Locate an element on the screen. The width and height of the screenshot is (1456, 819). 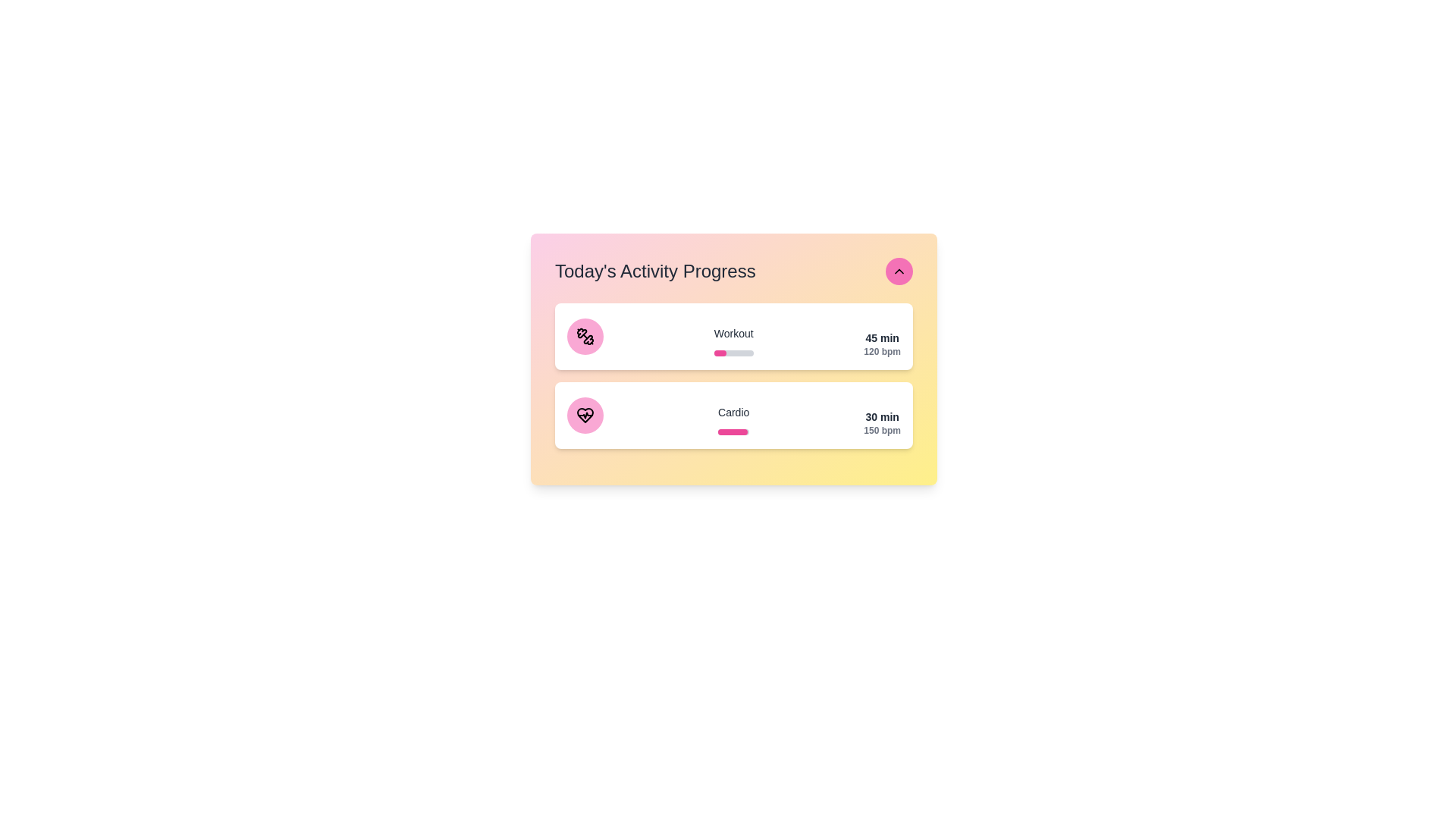
the circular icon with a pink background and black dumbbell symbol located in the top-left corner of the 'Today's Activity Progress' section, to the left of the 'Workout' text is located at coordinates (585, 335).